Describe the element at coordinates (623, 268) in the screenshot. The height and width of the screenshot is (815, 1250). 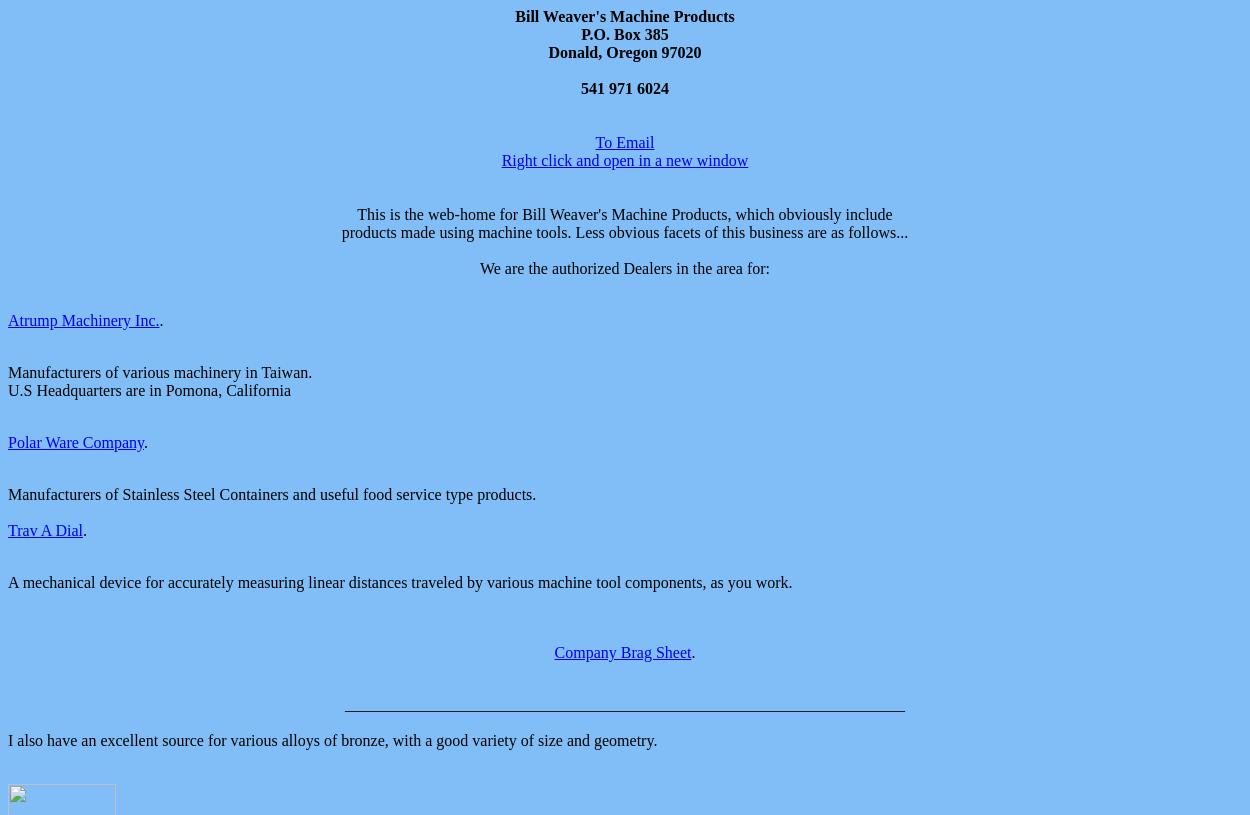
I see `'We are the authorized Dealers in the area for:'` at that location.